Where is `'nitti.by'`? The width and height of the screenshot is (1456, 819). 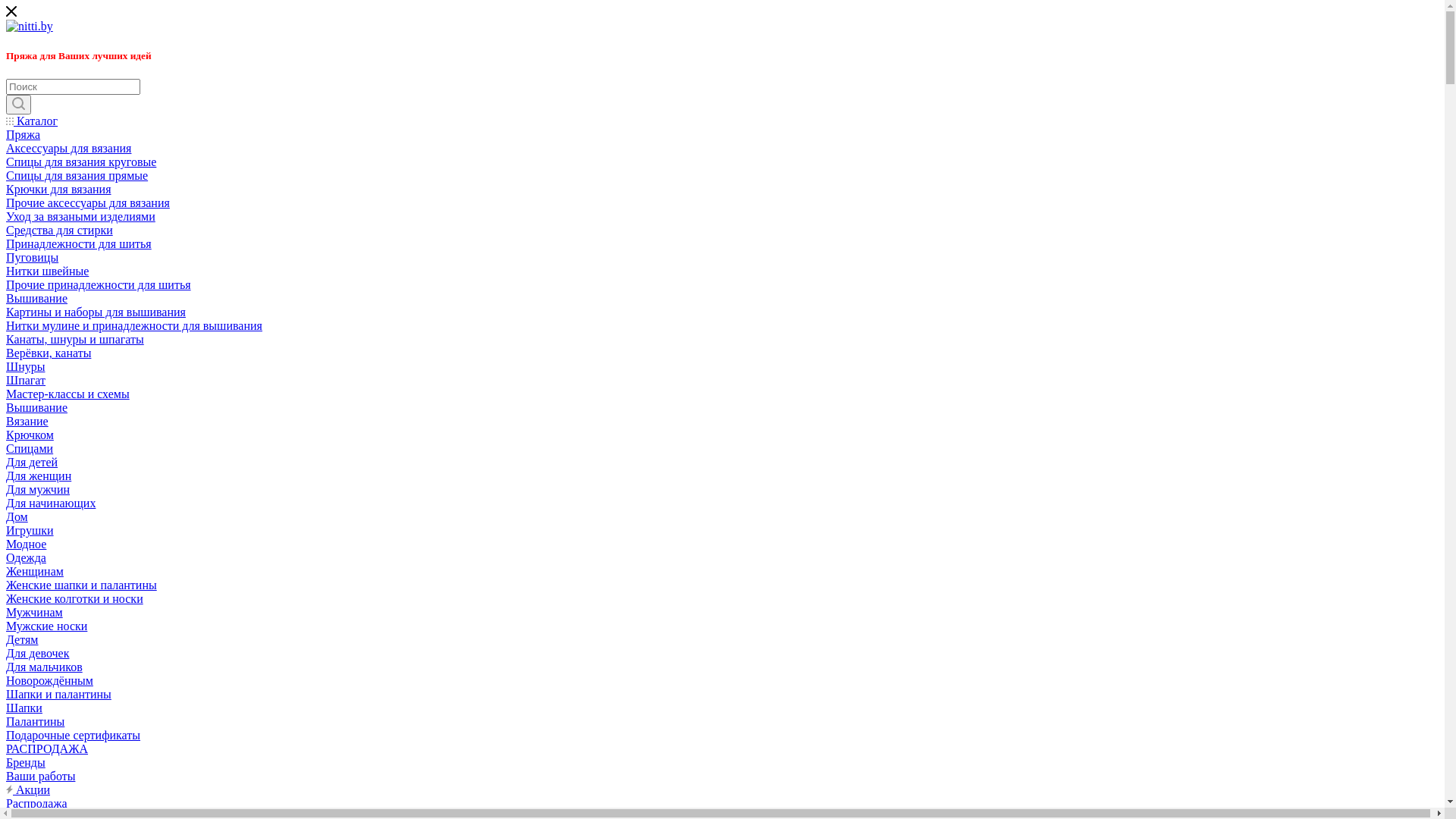
'nitti.by' is located at coordinates (29, 26).